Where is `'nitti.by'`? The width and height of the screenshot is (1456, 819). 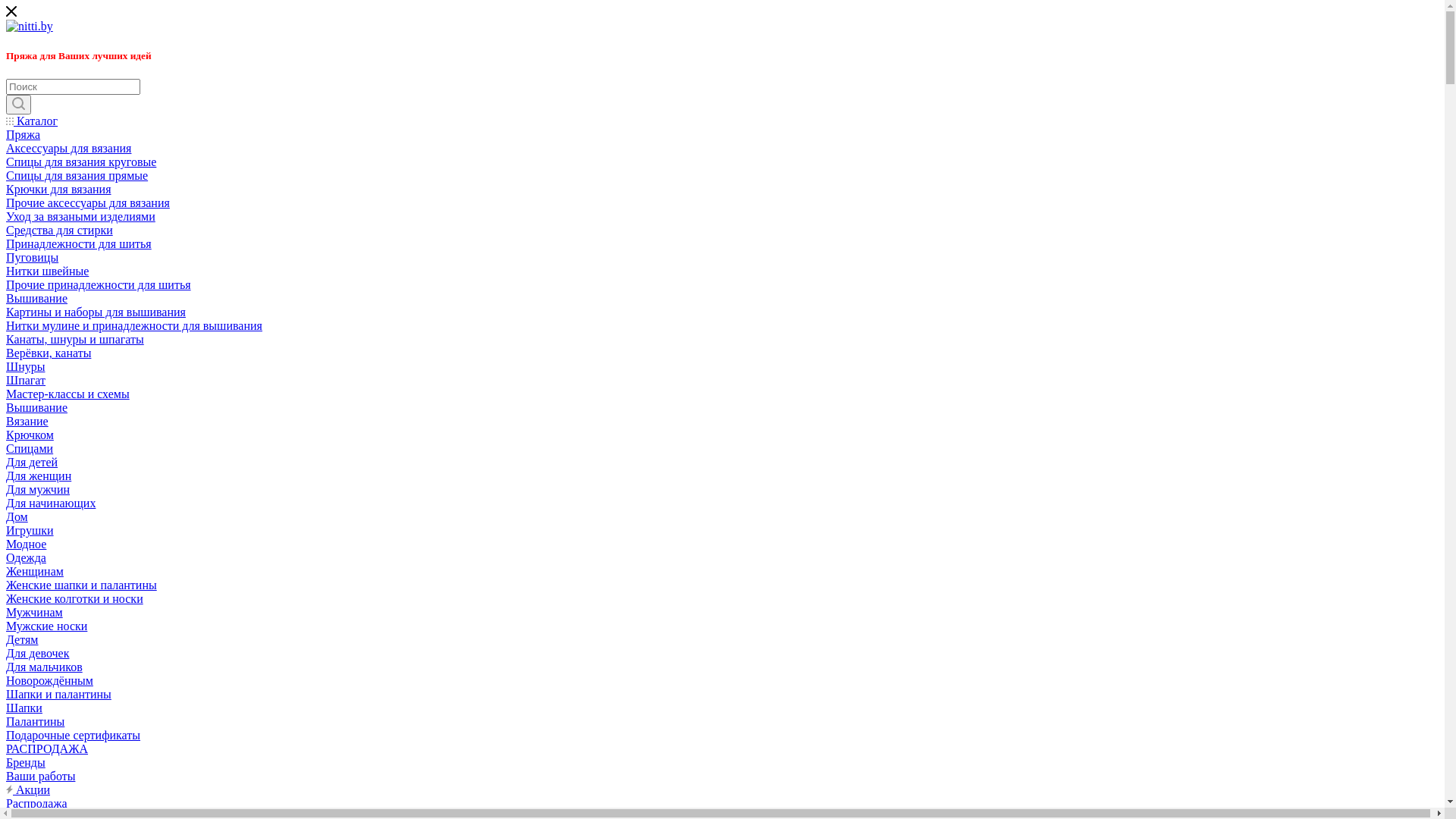
'nitti.by' is located at coordinates (29, 26).